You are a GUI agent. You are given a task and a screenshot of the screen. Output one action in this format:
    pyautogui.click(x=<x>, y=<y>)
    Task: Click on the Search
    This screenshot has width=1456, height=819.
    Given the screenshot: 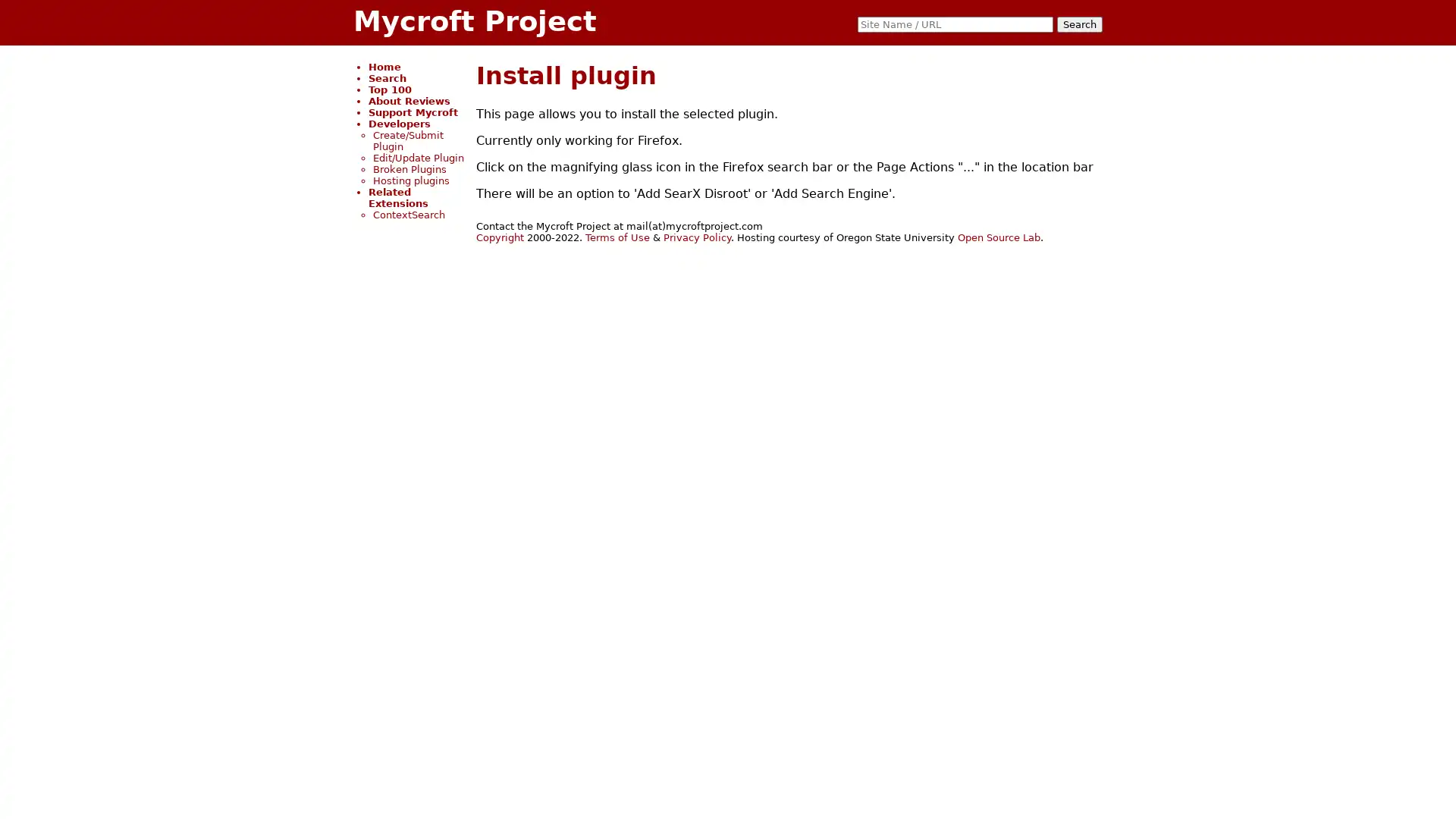 What is the action you would take?
    pyautogui.click(x=1079, y=24)
    